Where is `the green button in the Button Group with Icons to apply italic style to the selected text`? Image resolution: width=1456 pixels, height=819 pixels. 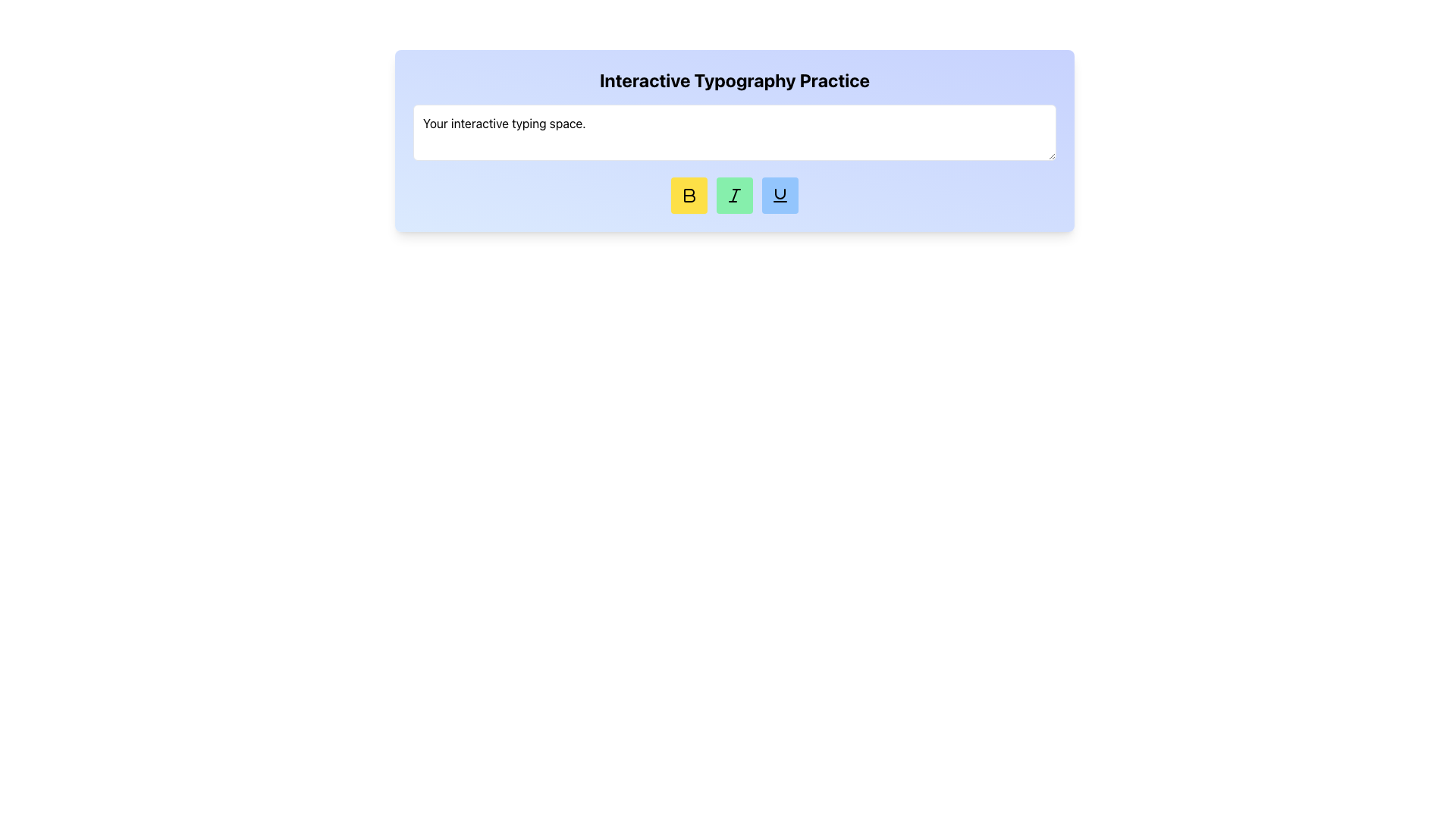 the green button in the Button Group with Icons to apply italic style to the selected text is located at coordinates (735, 195).